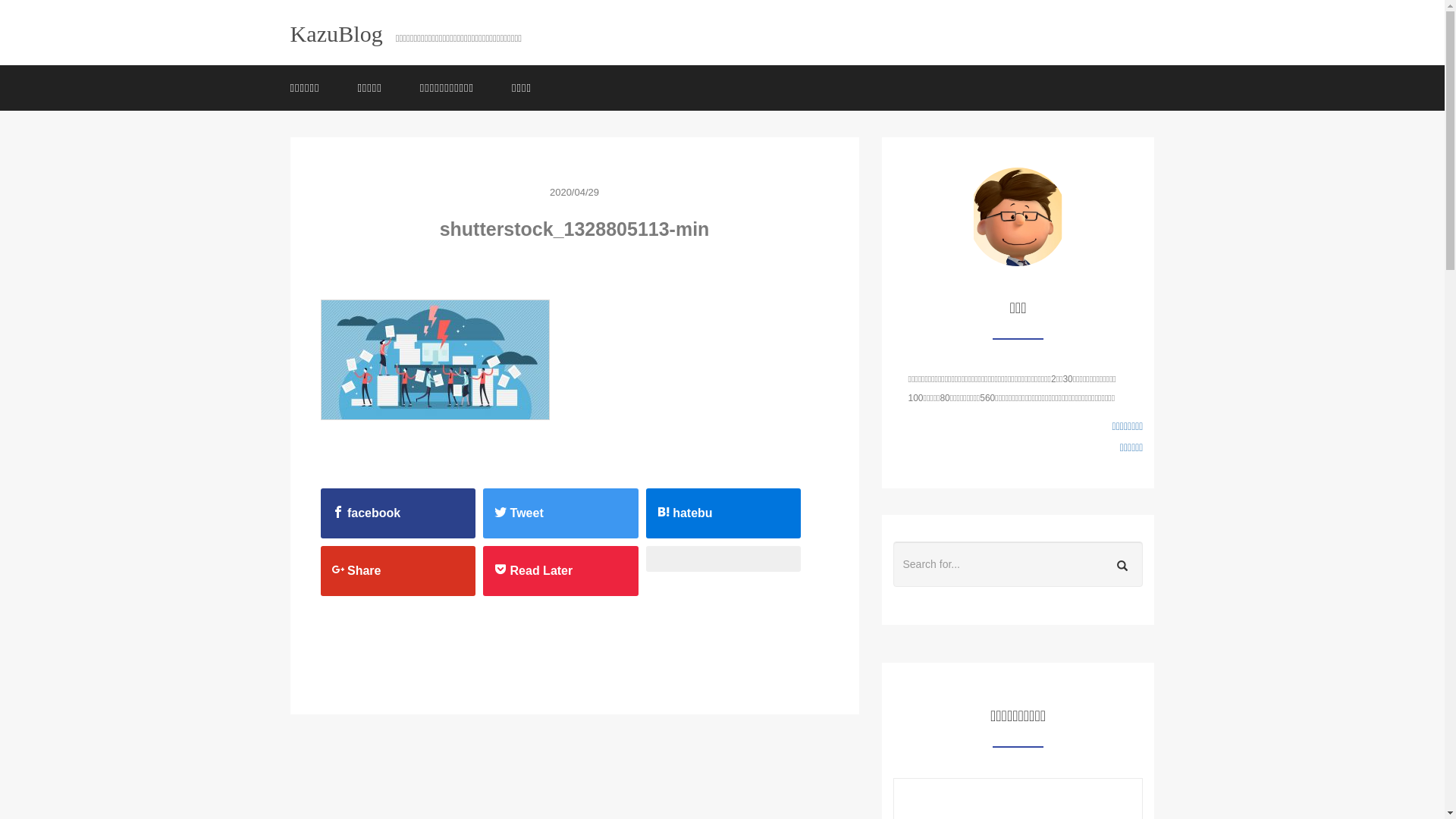 The image size is (1456, 819). I want to click on 'Read Later', so click(560, 570).